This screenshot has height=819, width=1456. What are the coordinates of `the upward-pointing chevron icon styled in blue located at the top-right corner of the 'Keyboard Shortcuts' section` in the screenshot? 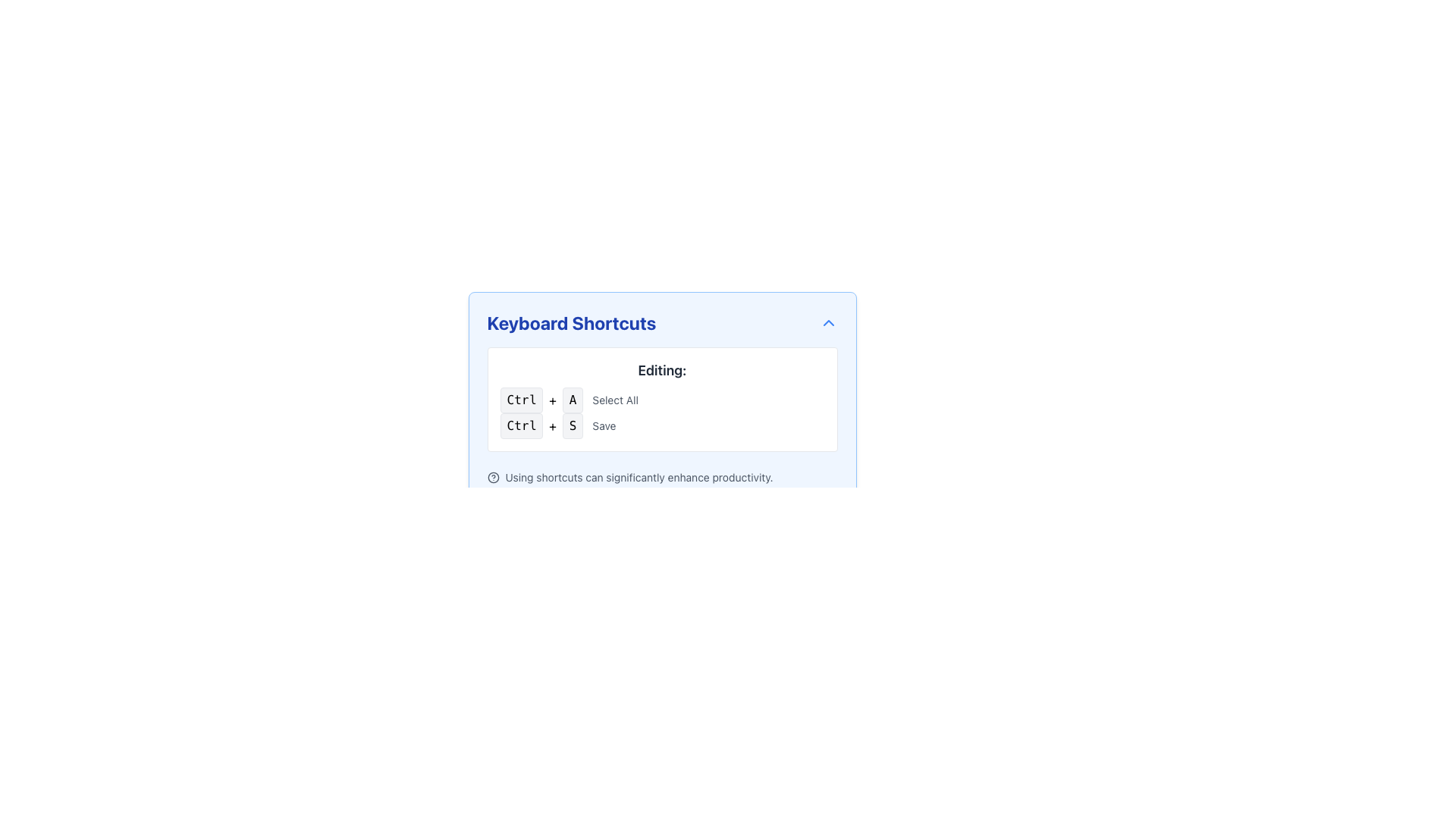 It's located at (827, 322).